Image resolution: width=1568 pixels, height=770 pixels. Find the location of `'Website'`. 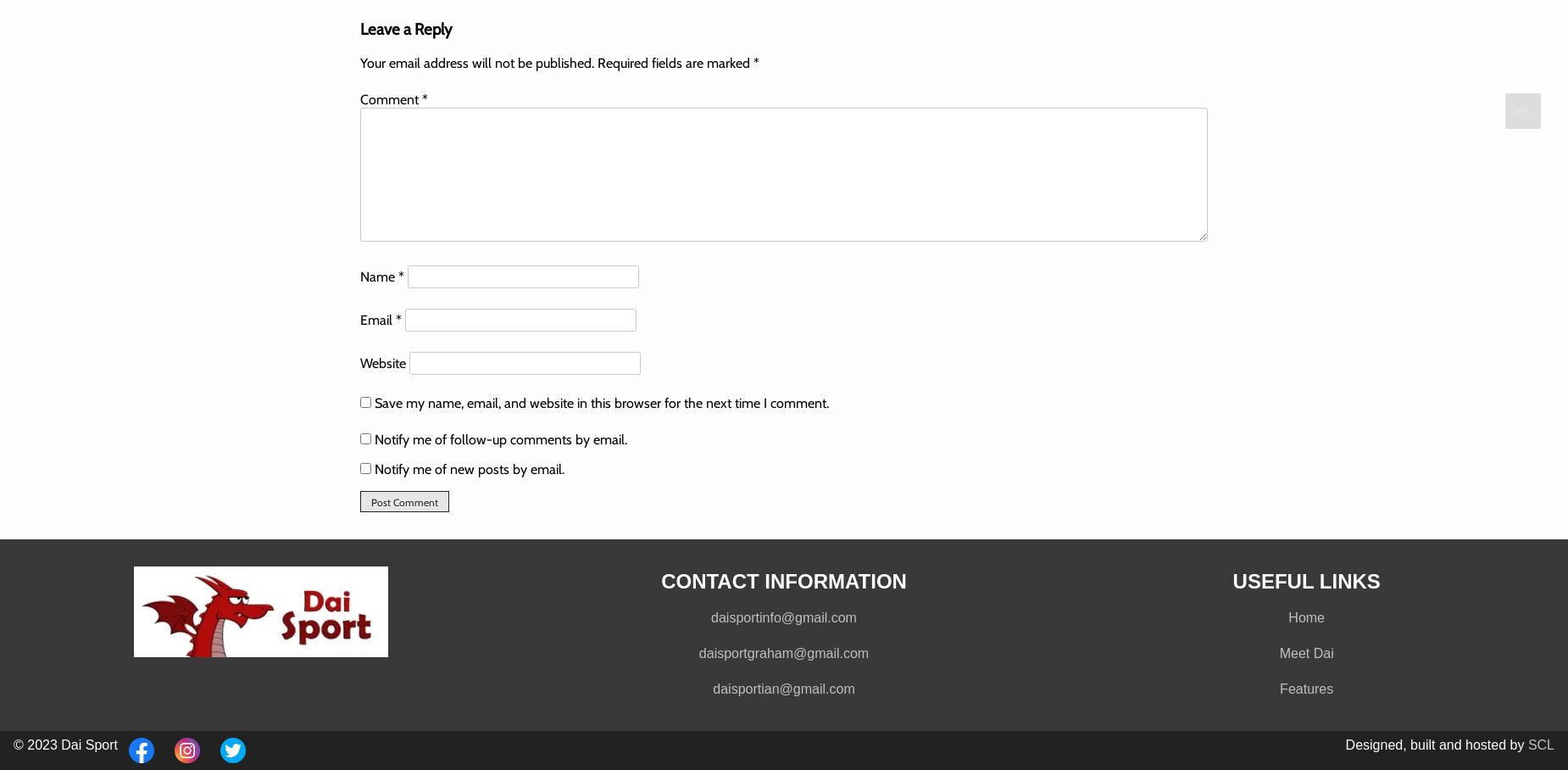

'Website' is located at coordinates (381, 362).